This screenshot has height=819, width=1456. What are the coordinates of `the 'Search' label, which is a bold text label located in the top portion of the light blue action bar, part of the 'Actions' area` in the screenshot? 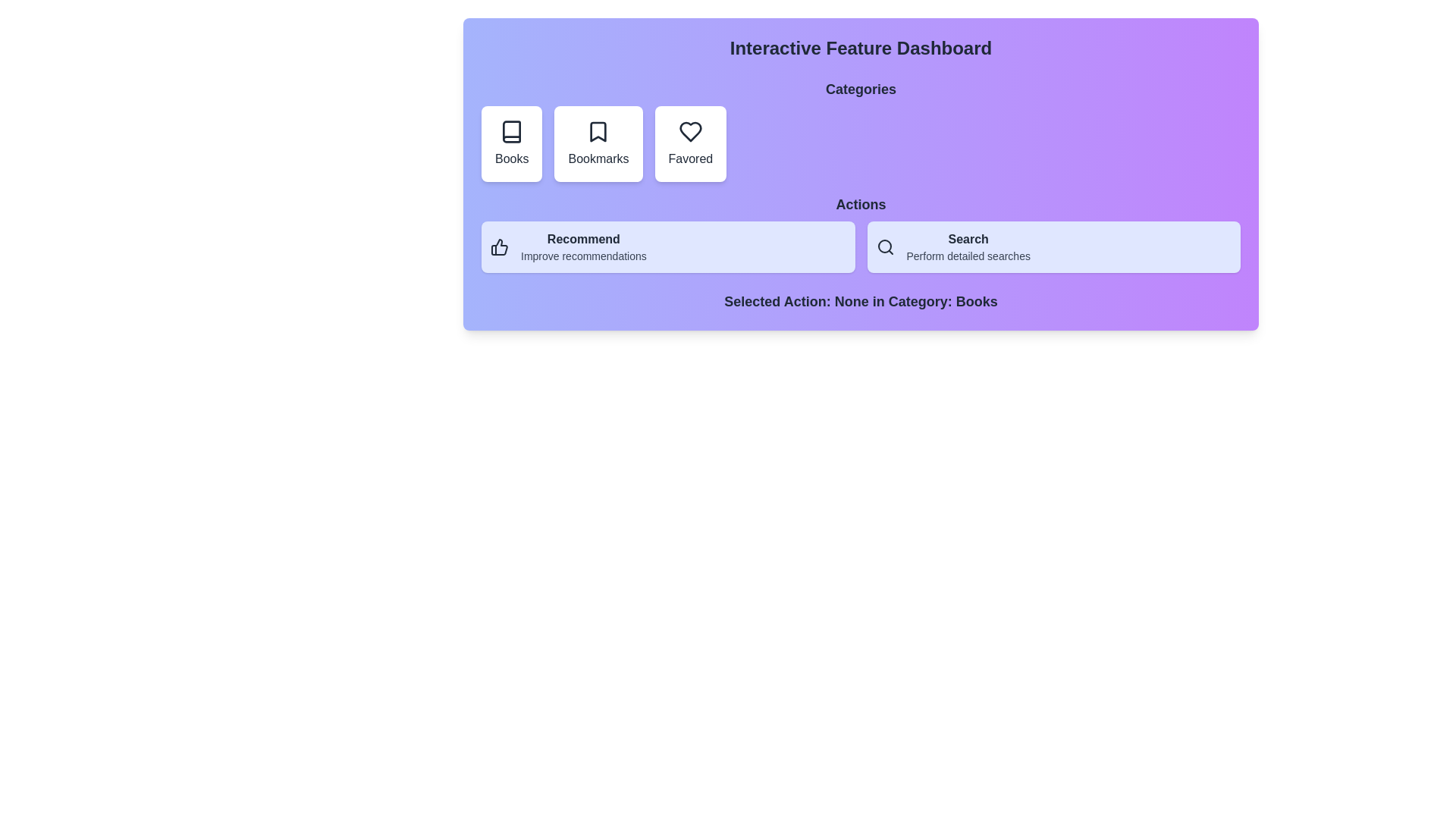 It's located at (968, 239).